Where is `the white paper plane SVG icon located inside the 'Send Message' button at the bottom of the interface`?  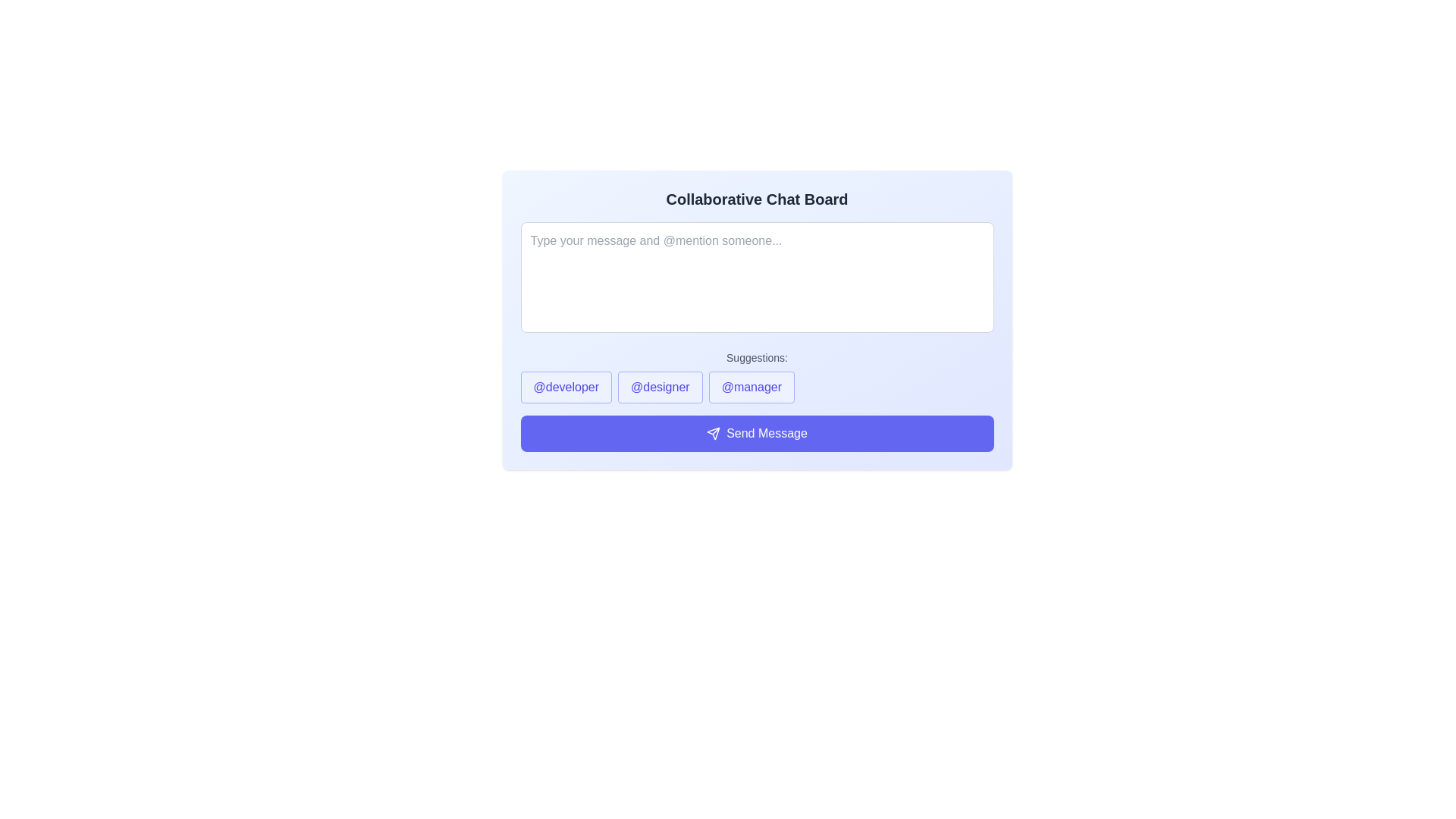 the white paper plane SVG icon located inside the 'Send Message' button at the bottom of the interface is located at coordinates (713, 433).